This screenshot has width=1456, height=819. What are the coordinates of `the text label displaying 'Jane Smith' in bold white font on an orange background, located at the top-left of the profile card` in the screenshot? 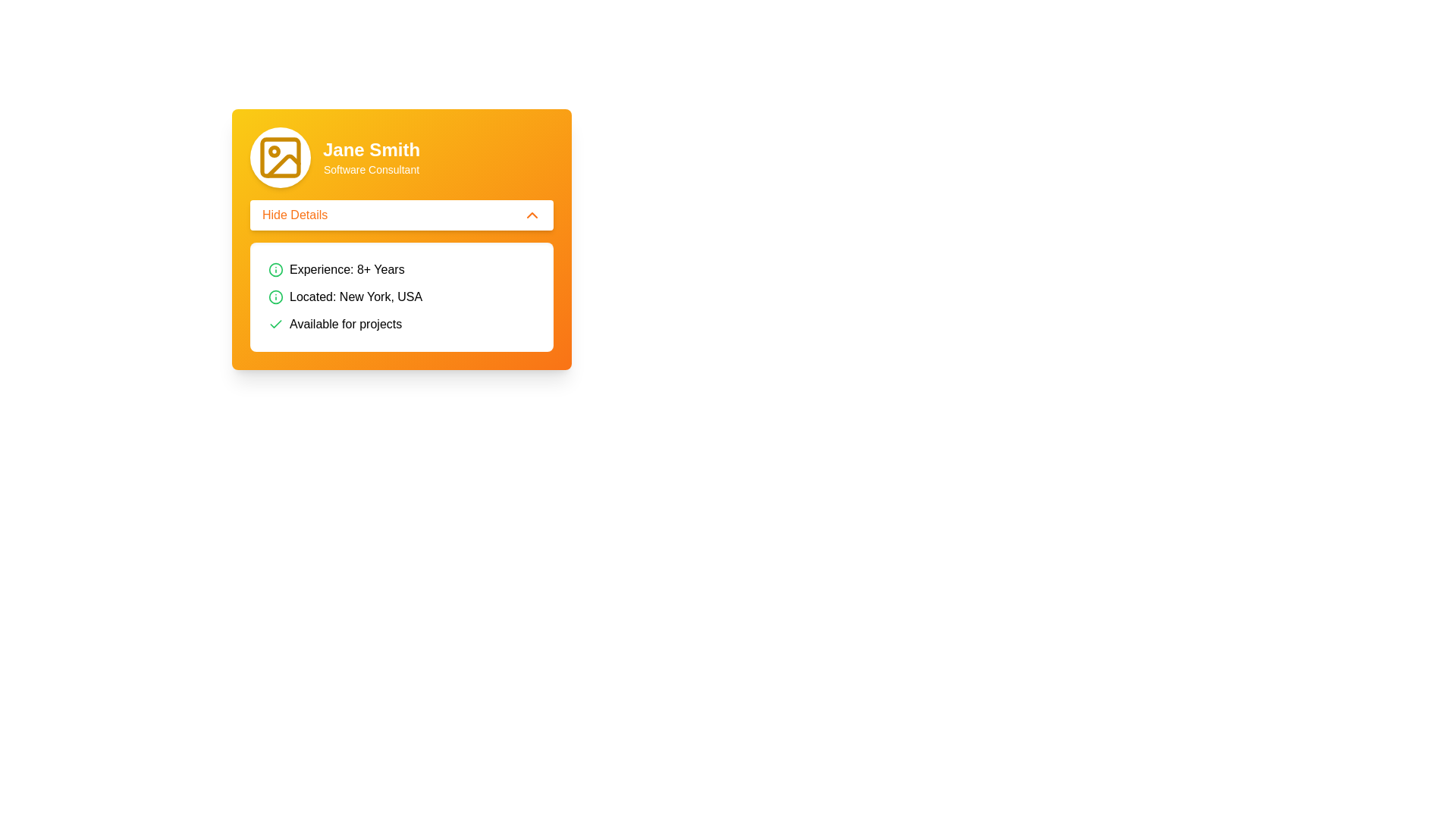 It's located at (371, 149).